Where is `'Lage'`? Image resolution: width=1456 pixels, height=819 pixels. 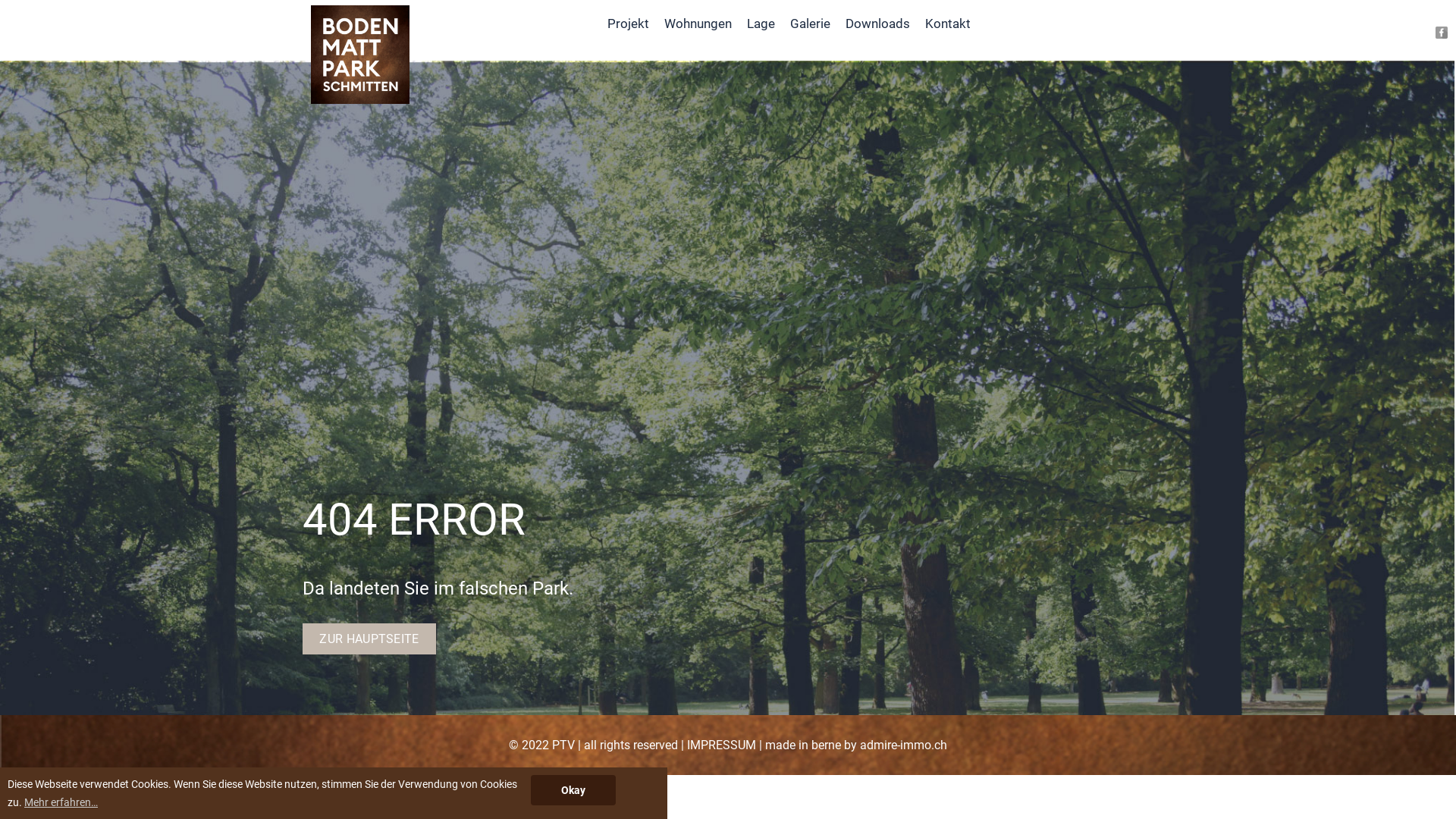 'Lage' is located at coordinates (761, 23).